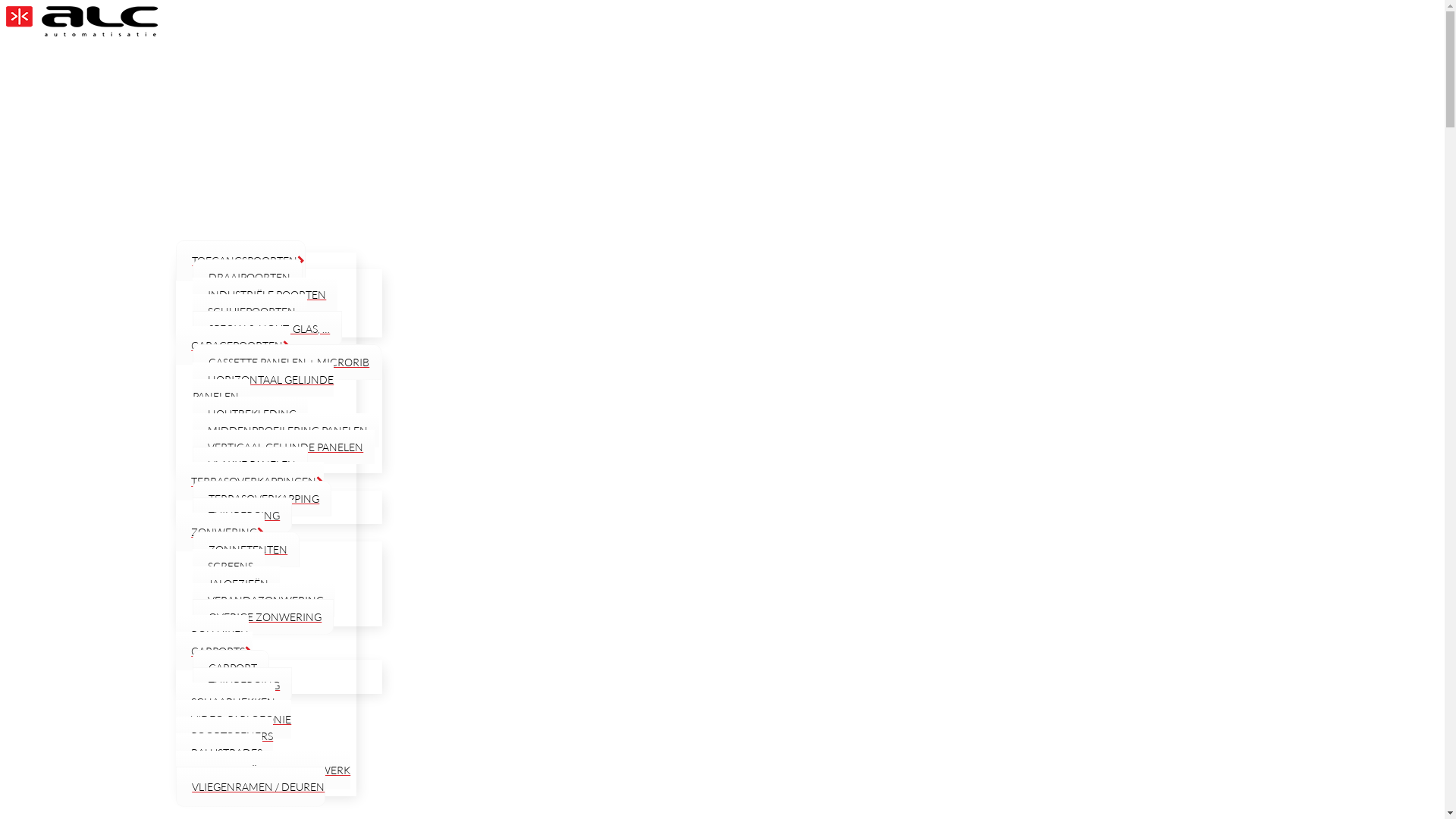 This screenshot has height=819, width=1456. What do you see at coordinates (192, 514) in the screenshot?
I see `'TUINBERGING'` at bounding box center [192, 514].